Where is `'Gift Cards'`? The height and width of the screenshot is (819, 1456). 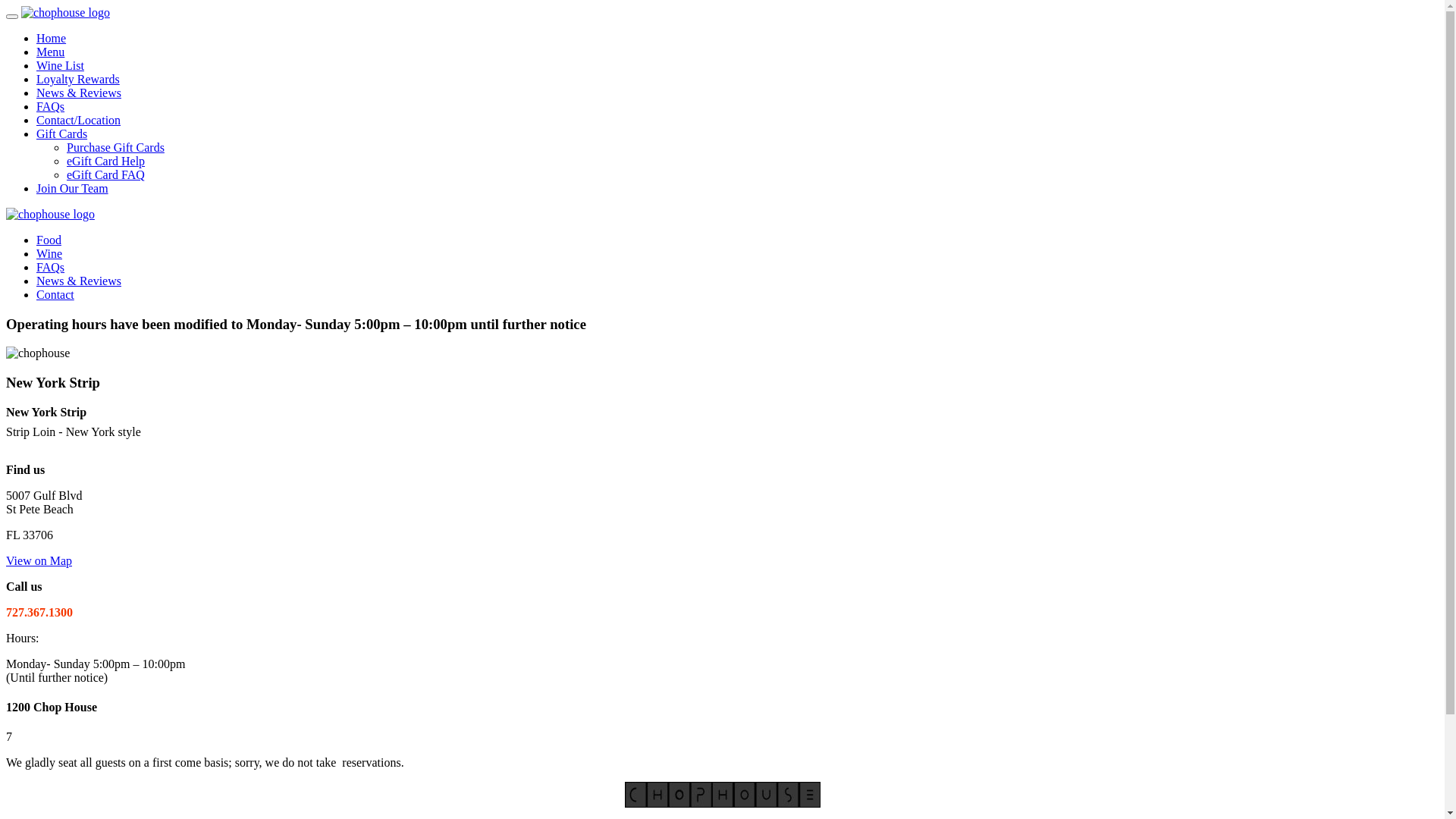
'Gift Cards' is located at coordinates (36, 133).